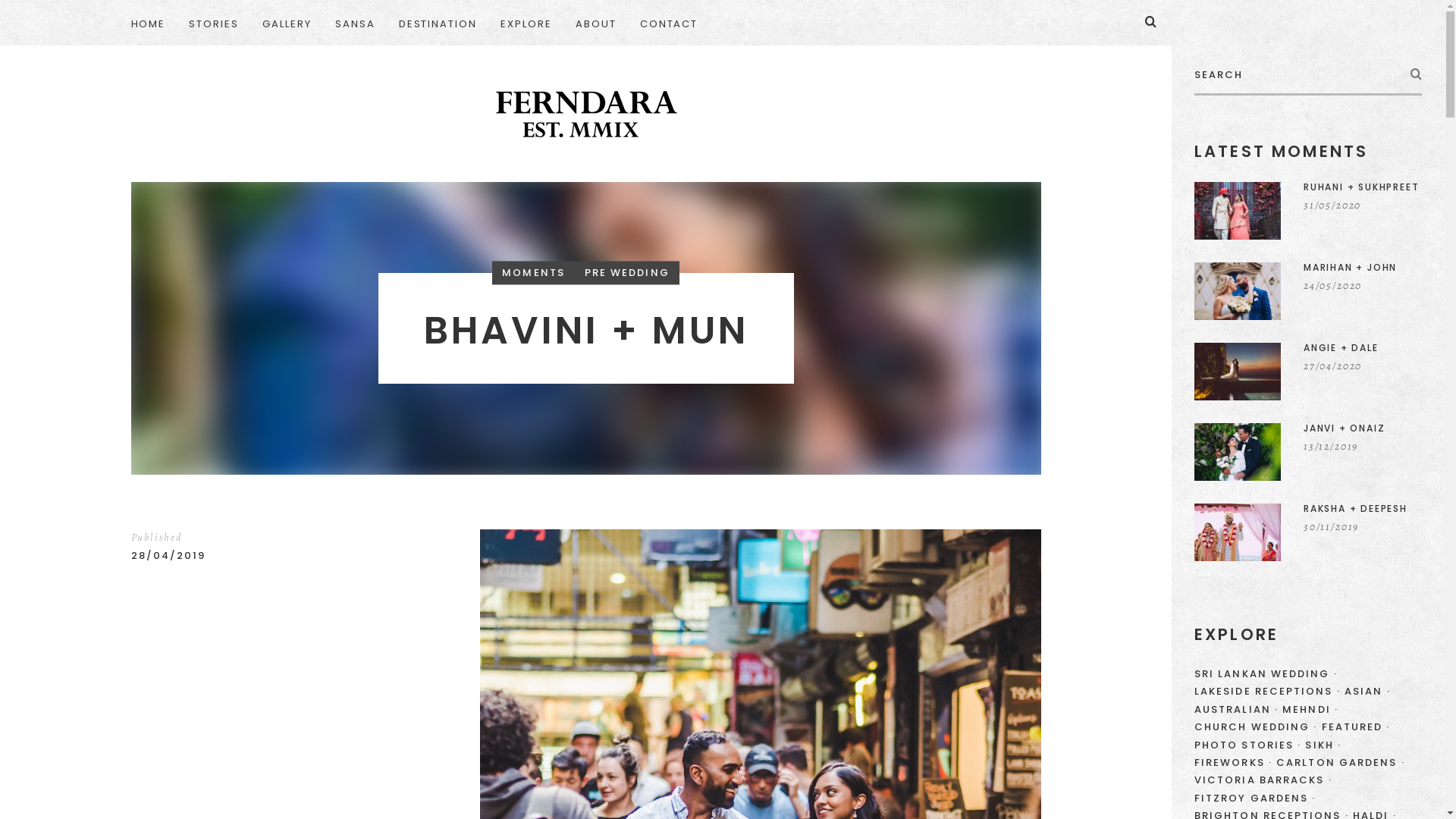  Describe the element at coordinates (563, 23) in the screenshot. I see `'ABOUT'` at that location.